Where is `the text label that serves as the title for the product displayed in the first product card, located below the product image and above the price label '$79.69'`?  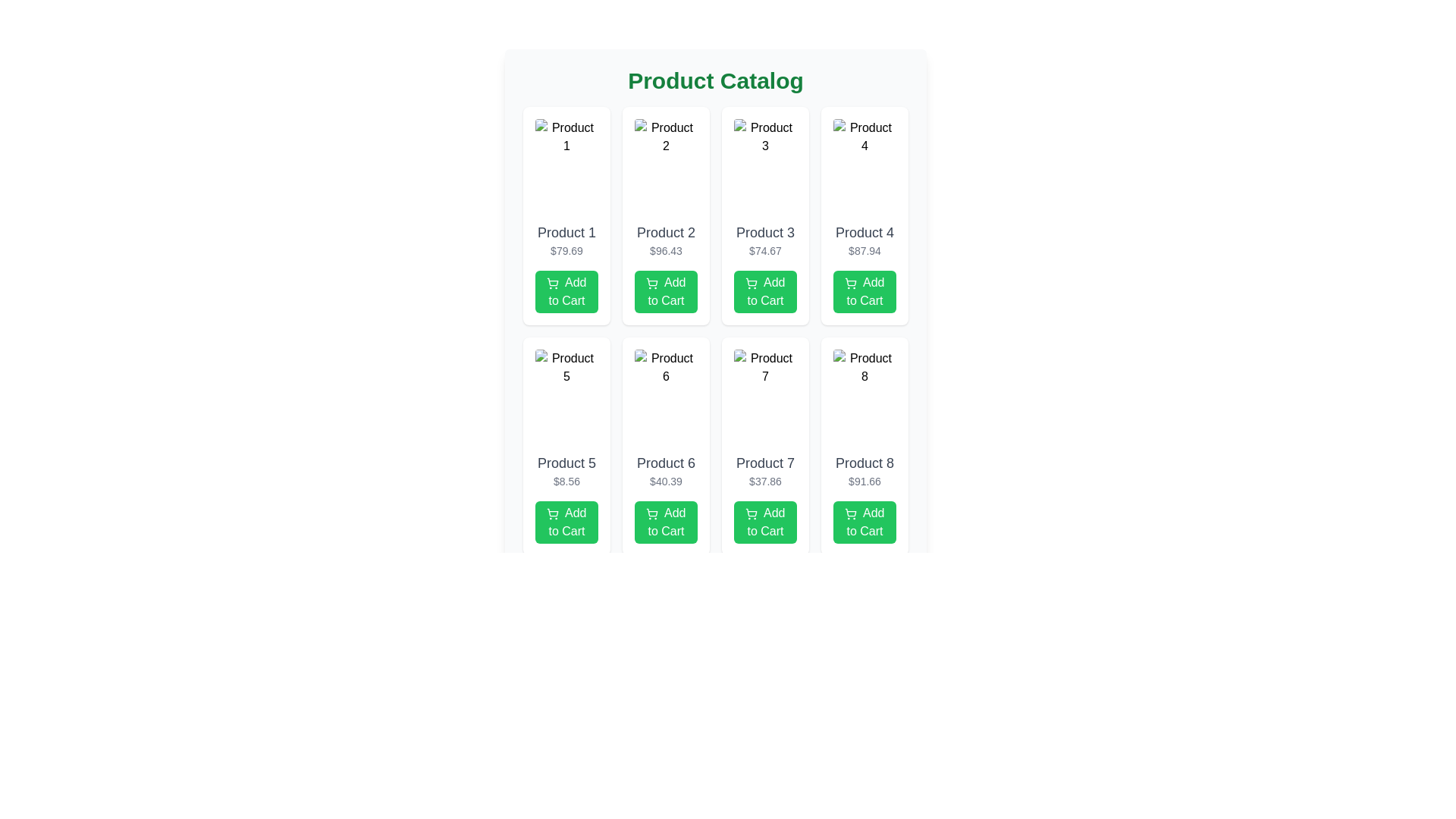
the text label that serves as the title for the product displayed in the first product card, located below the product image and above the price label '$79.69' is located at coordinates (566, 233).